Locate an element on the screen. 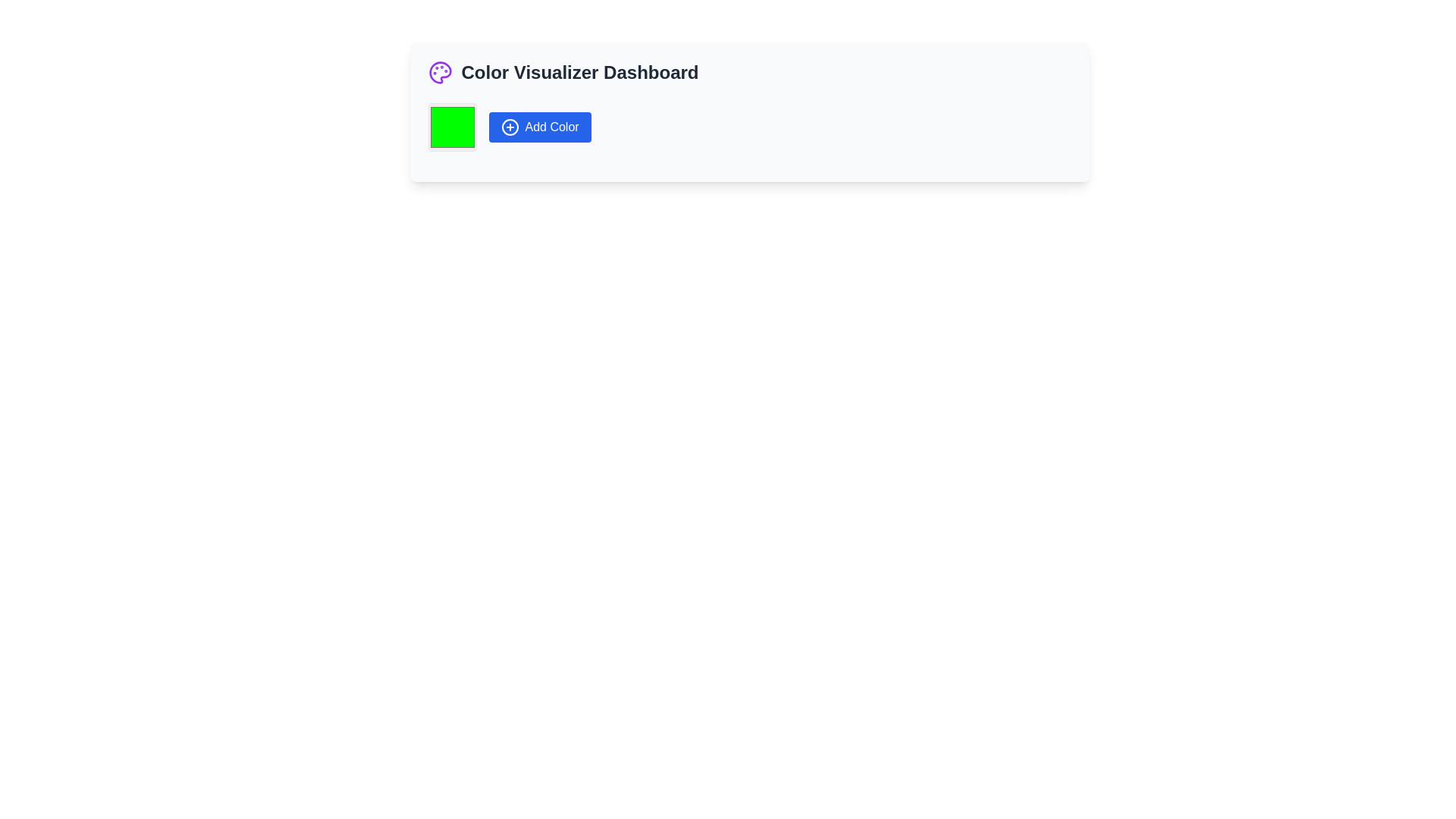 The image size is (1456, 819). the circular part of the 'Add Color' icon located to the left of the blue 'Add Color' button in the Color Visualizer Dashboard is located at coordinates (510, 127).